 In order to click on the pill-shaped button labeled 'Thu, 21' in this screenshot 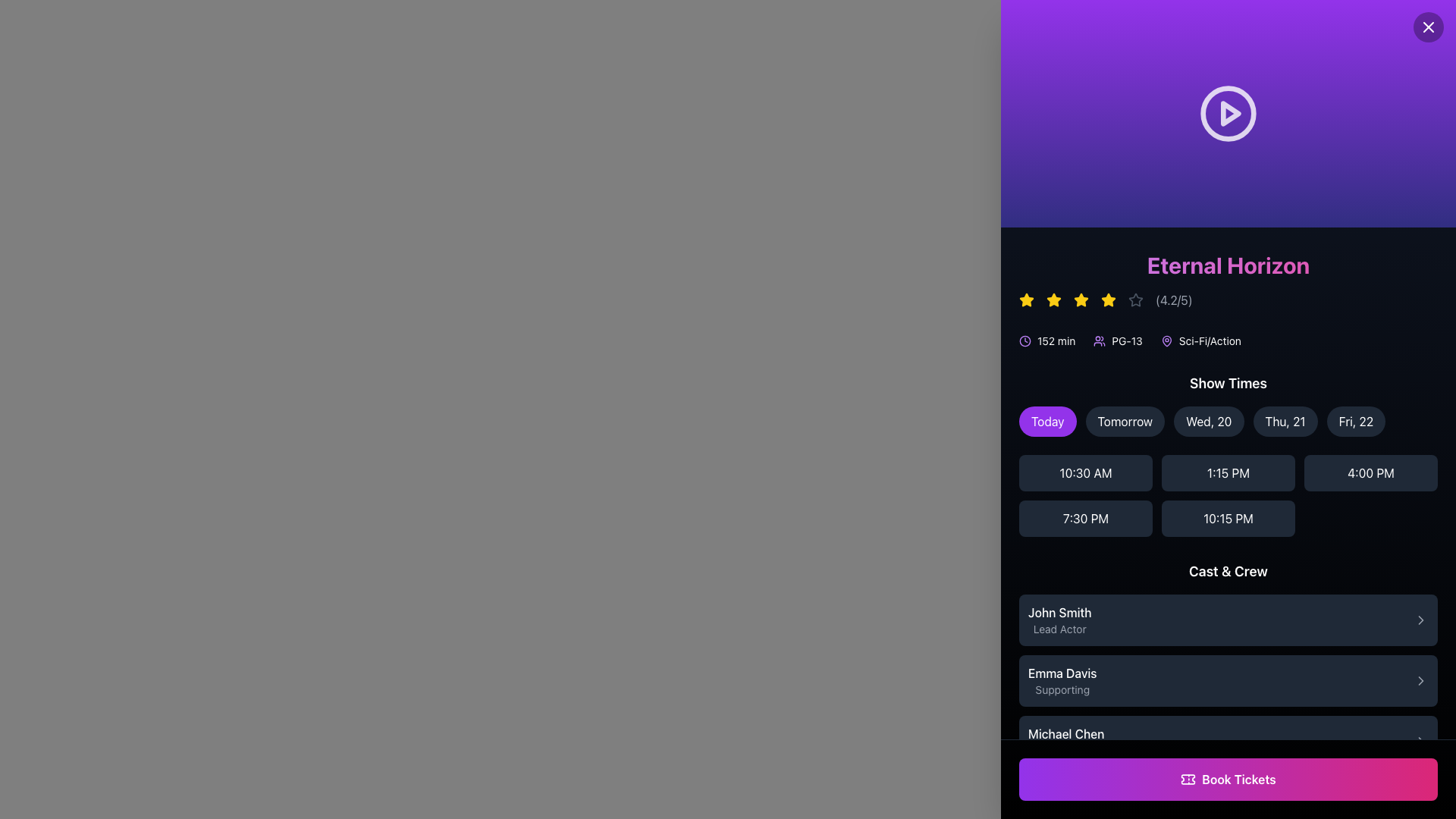, I will do `click(1284, 421)`.